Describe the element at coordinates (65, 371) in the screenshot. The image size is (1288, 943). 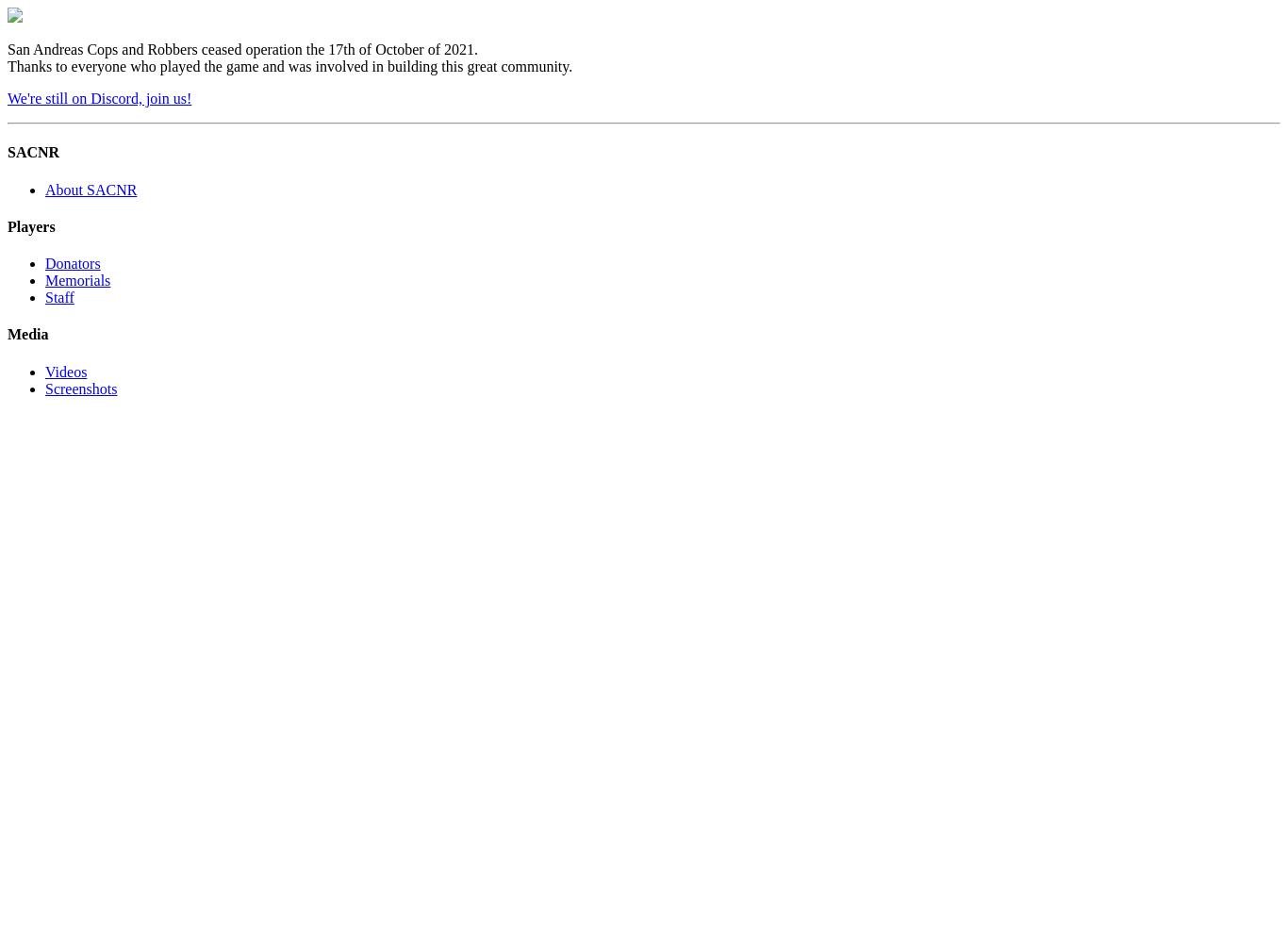
I see `'Videos'` at that location.